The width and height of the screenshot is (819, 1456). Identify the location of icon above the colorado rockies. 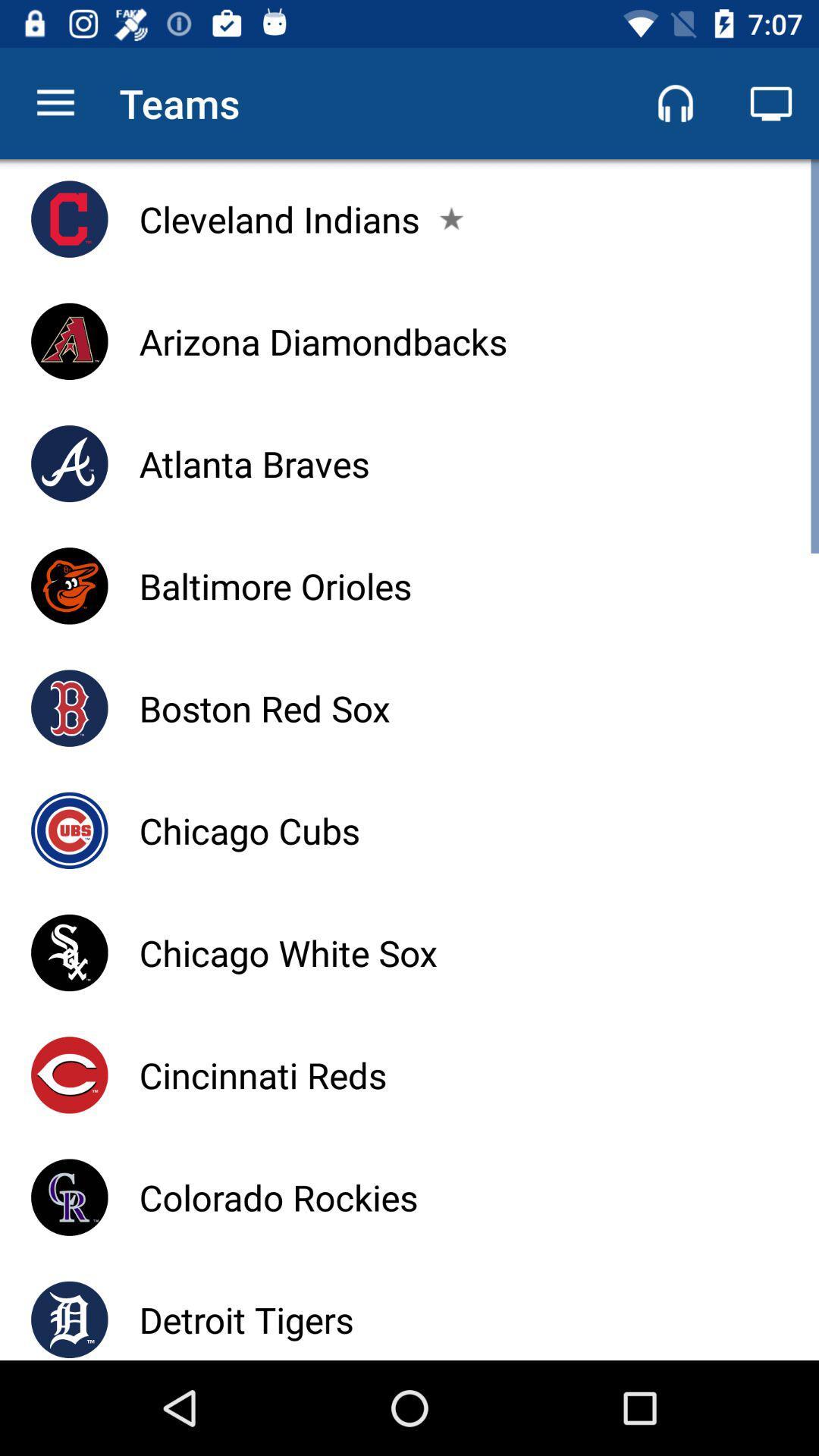
(262, 1074).